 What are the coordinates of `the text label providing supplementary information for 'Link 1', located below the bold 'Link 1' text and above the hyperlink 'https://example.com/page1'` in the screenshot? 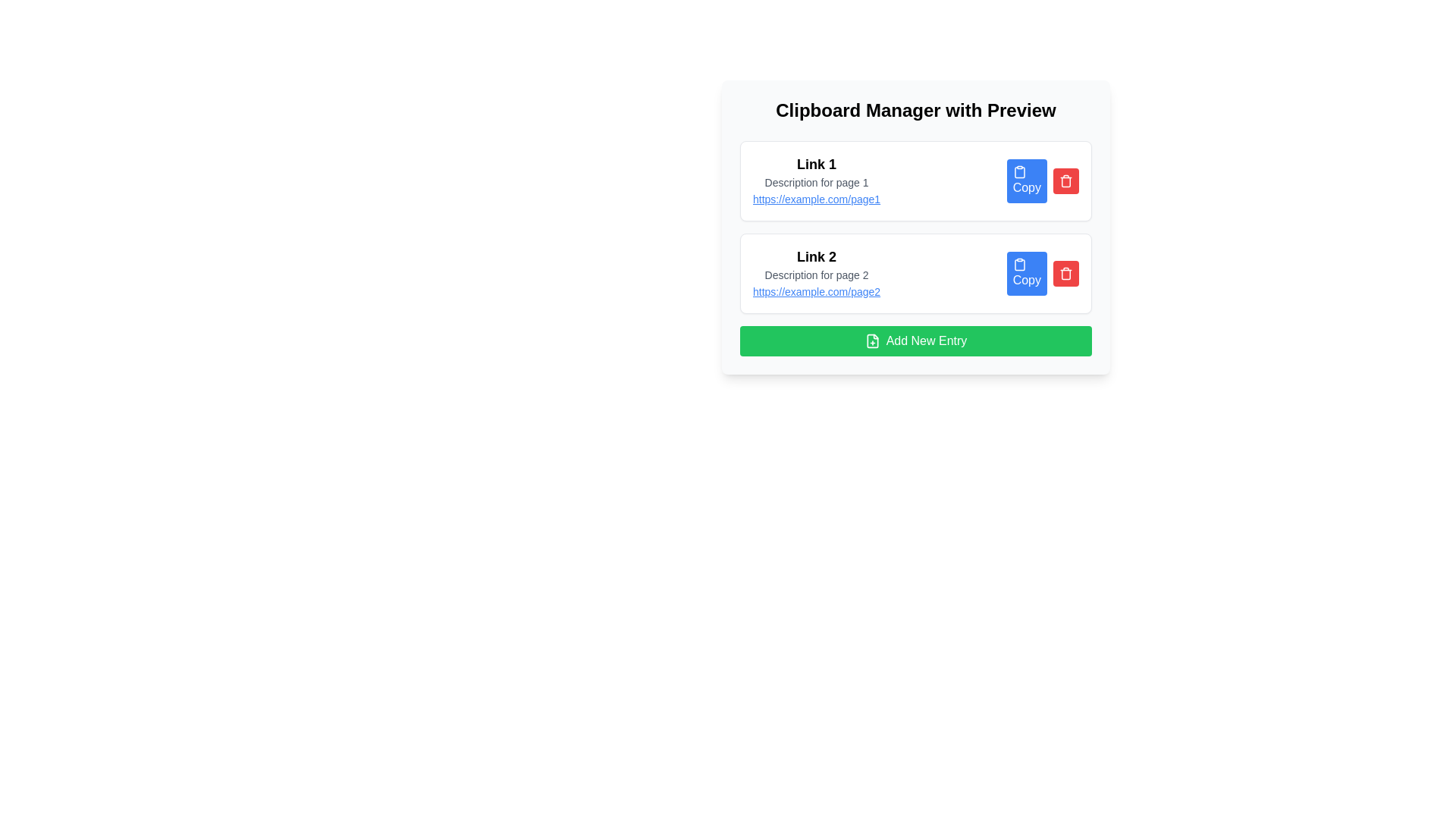 It's located at (816, 181).